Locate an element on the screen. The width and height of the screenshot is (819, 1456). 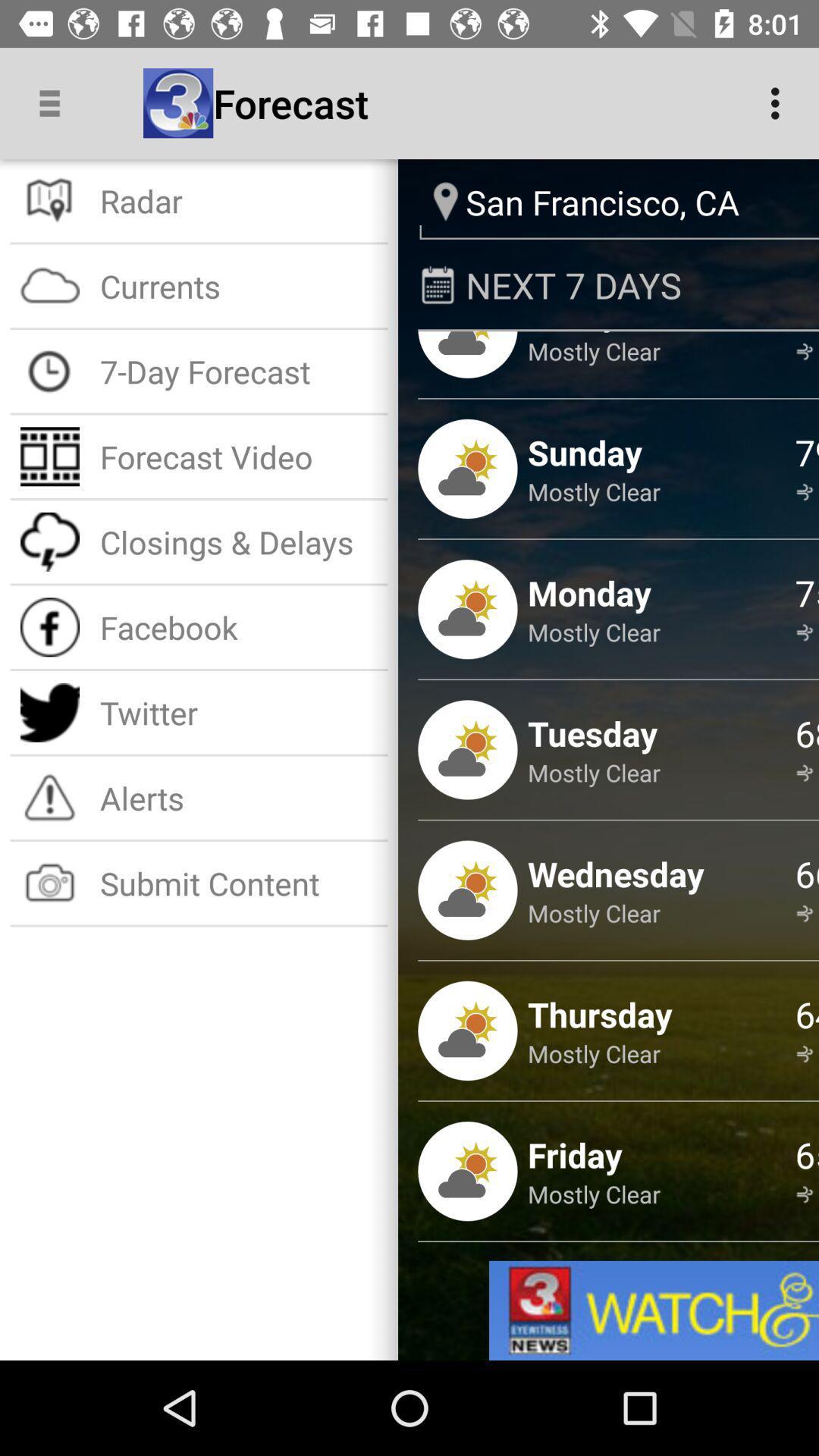
icon above submit content item is located at coordinates (239, 797).